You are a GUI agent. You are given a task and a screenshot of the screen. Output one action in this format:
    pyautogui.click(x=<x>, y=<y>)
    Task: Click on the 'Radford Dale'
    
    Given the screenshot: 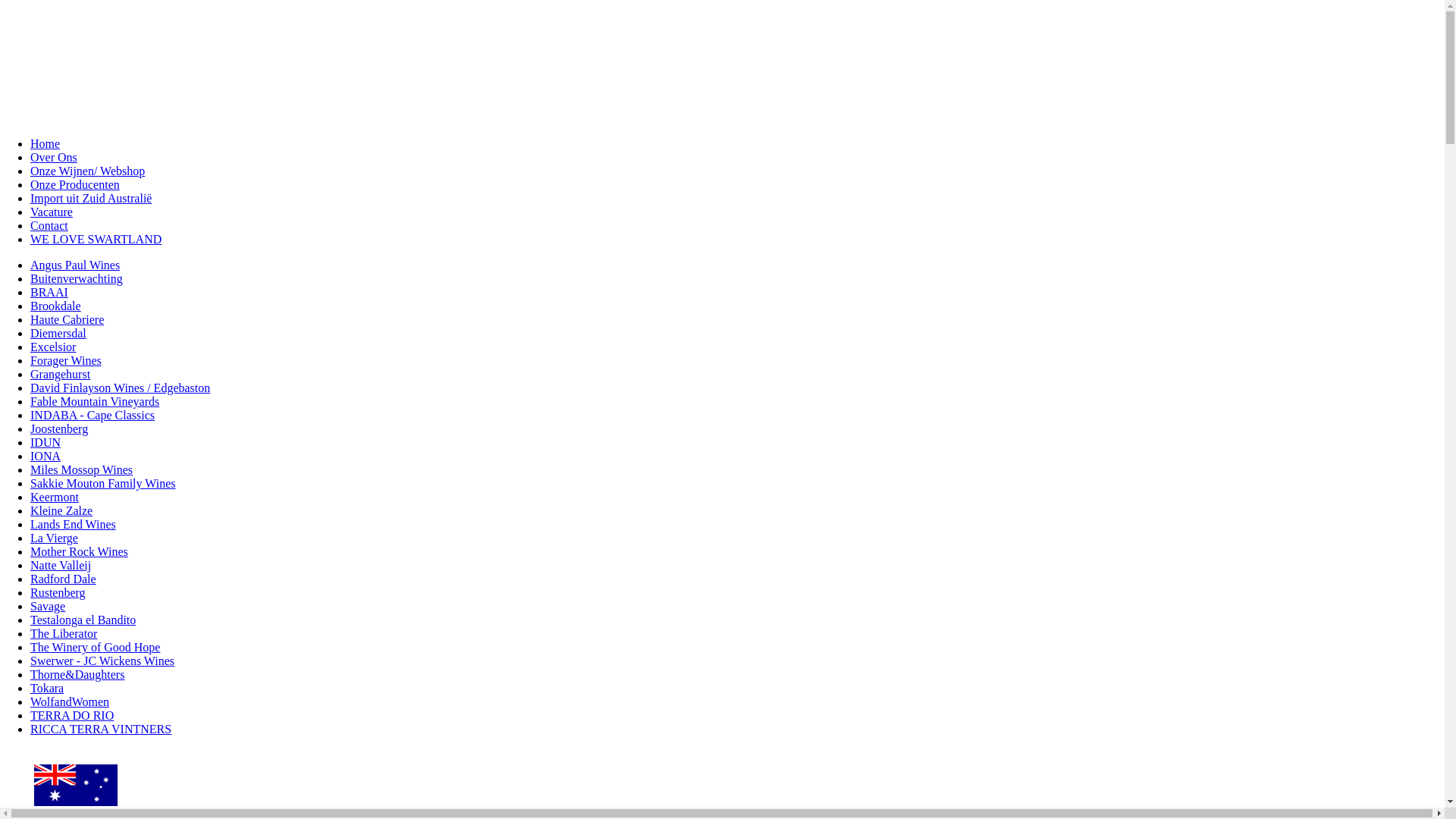 What is the action you would take?
    pyautogui.click(x=62, y=579)
    